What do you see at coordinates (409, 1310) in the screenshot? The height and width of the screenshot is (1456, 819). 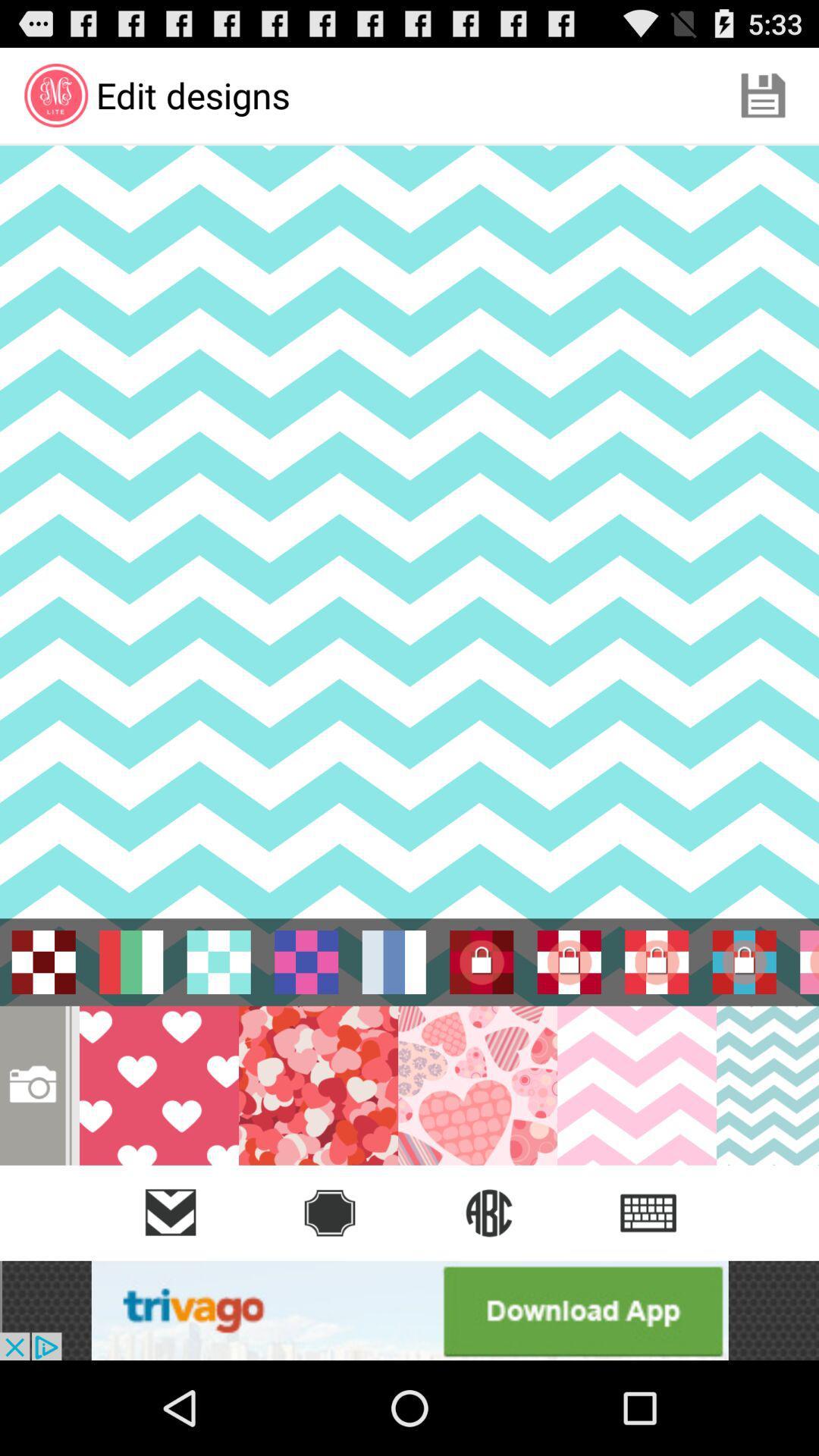 I see `add` at bounding box center [409, 1310].